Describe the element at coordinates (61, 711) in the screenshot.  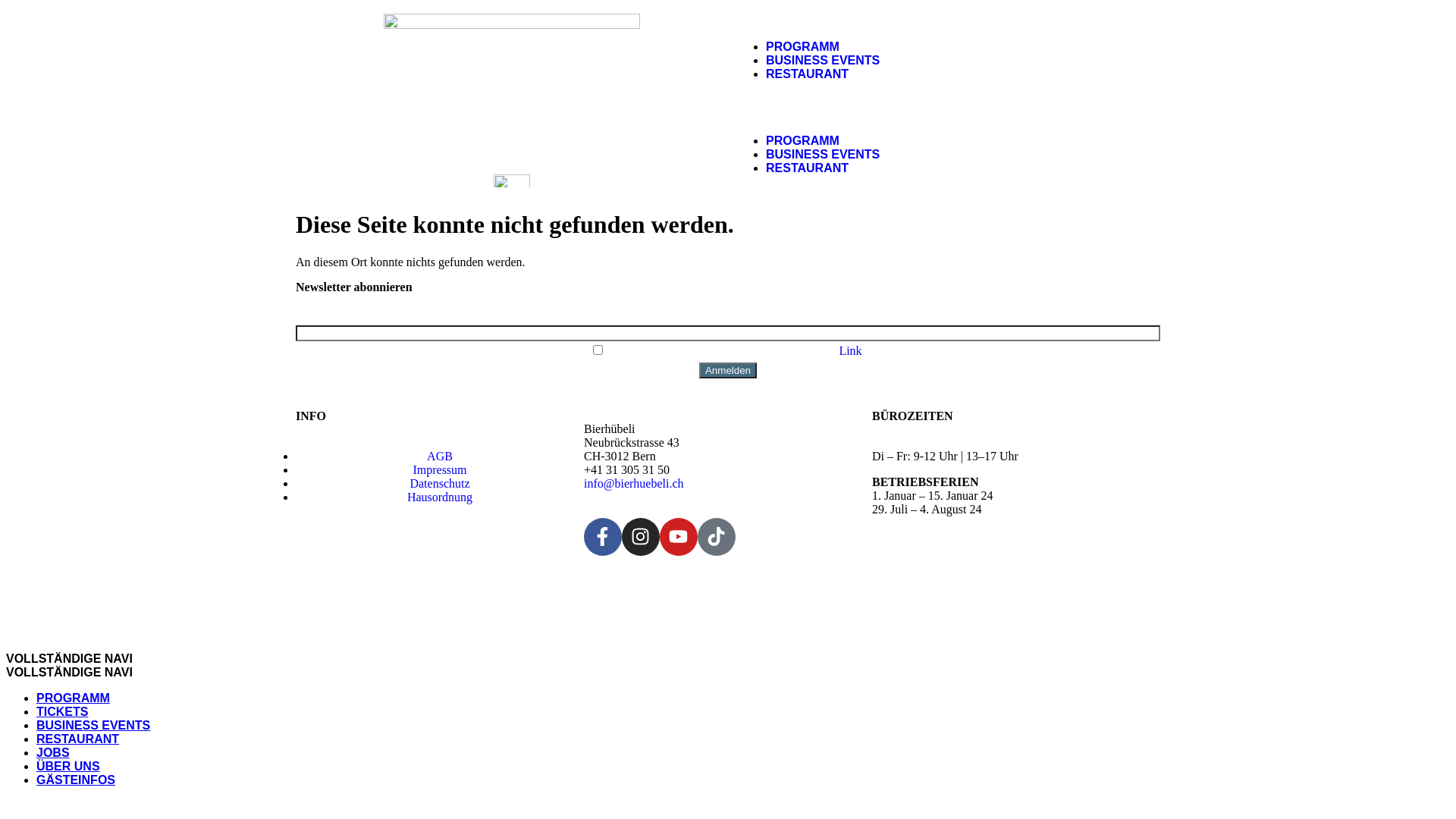
I see `'TICKETS'` at that location.